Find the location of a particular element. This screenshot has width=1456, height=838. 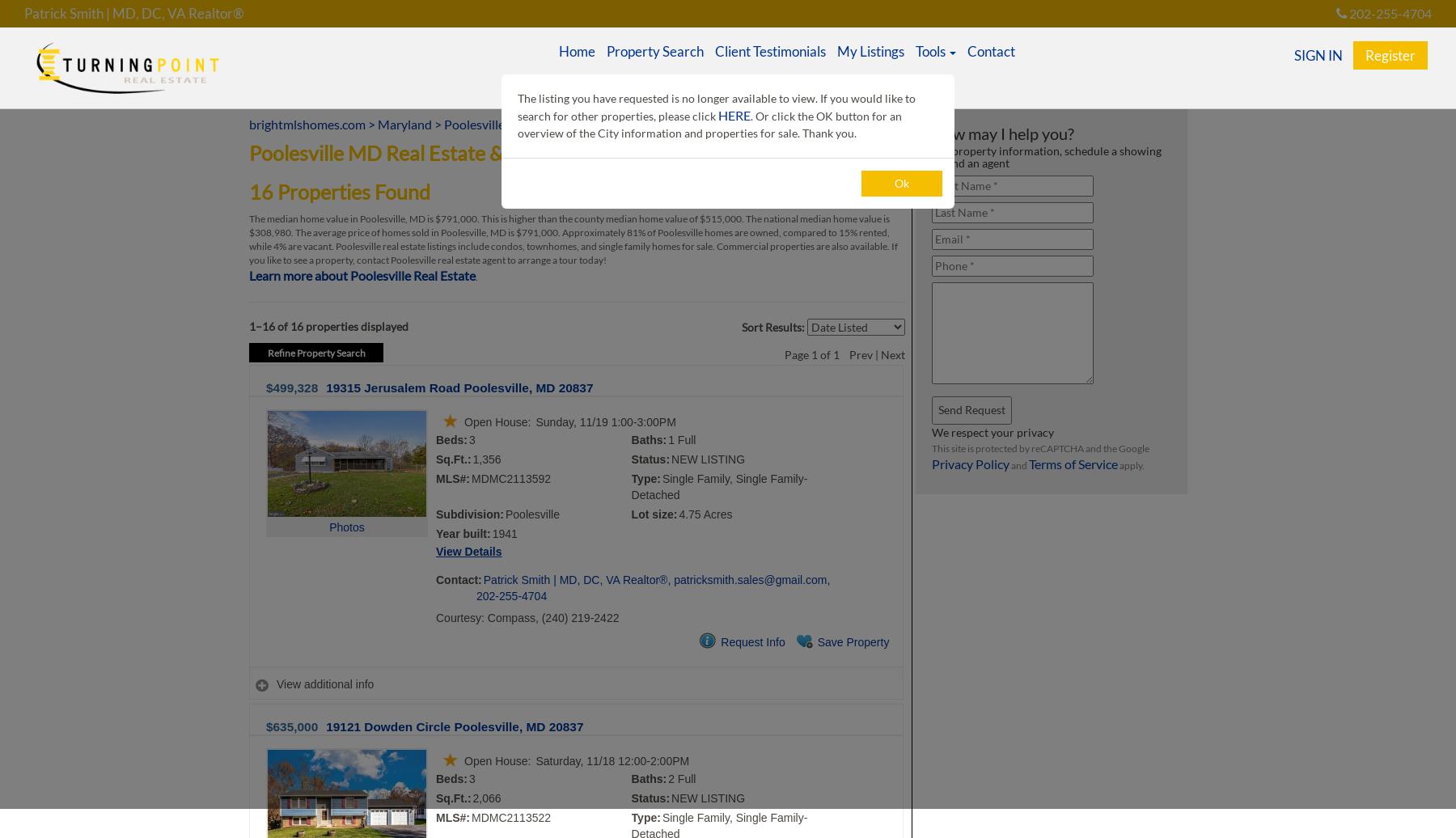

'This site is protected by reCAPTCHA and the Google' is located at coordinates (1040, 448).